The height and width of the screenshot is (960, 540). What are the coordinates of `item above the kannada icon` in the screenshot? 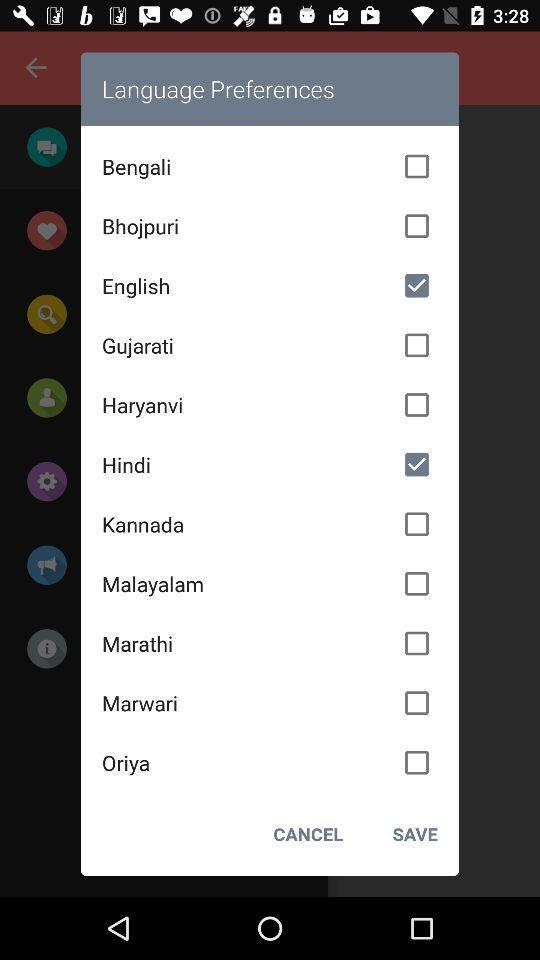 It's located at (270, 464).